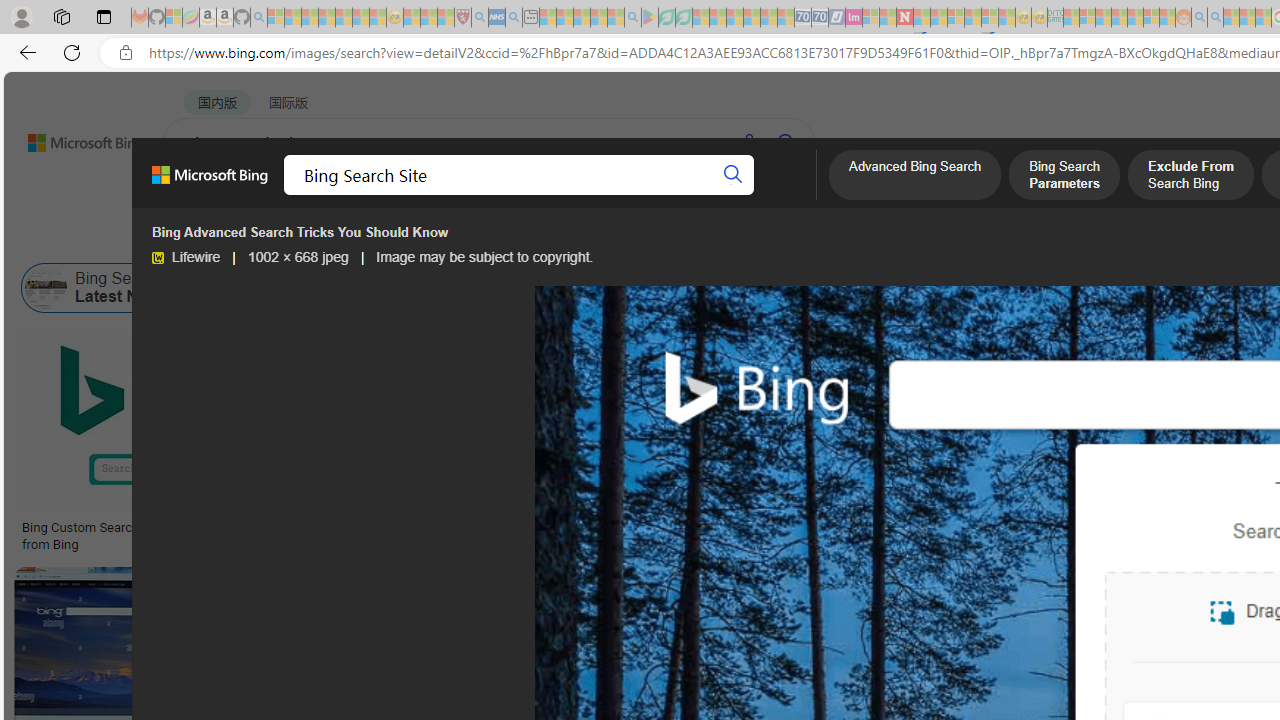 This screenshot has height=720, width=1280. I want to click on 'Exclude From Search Bing', so click(1190, 176).